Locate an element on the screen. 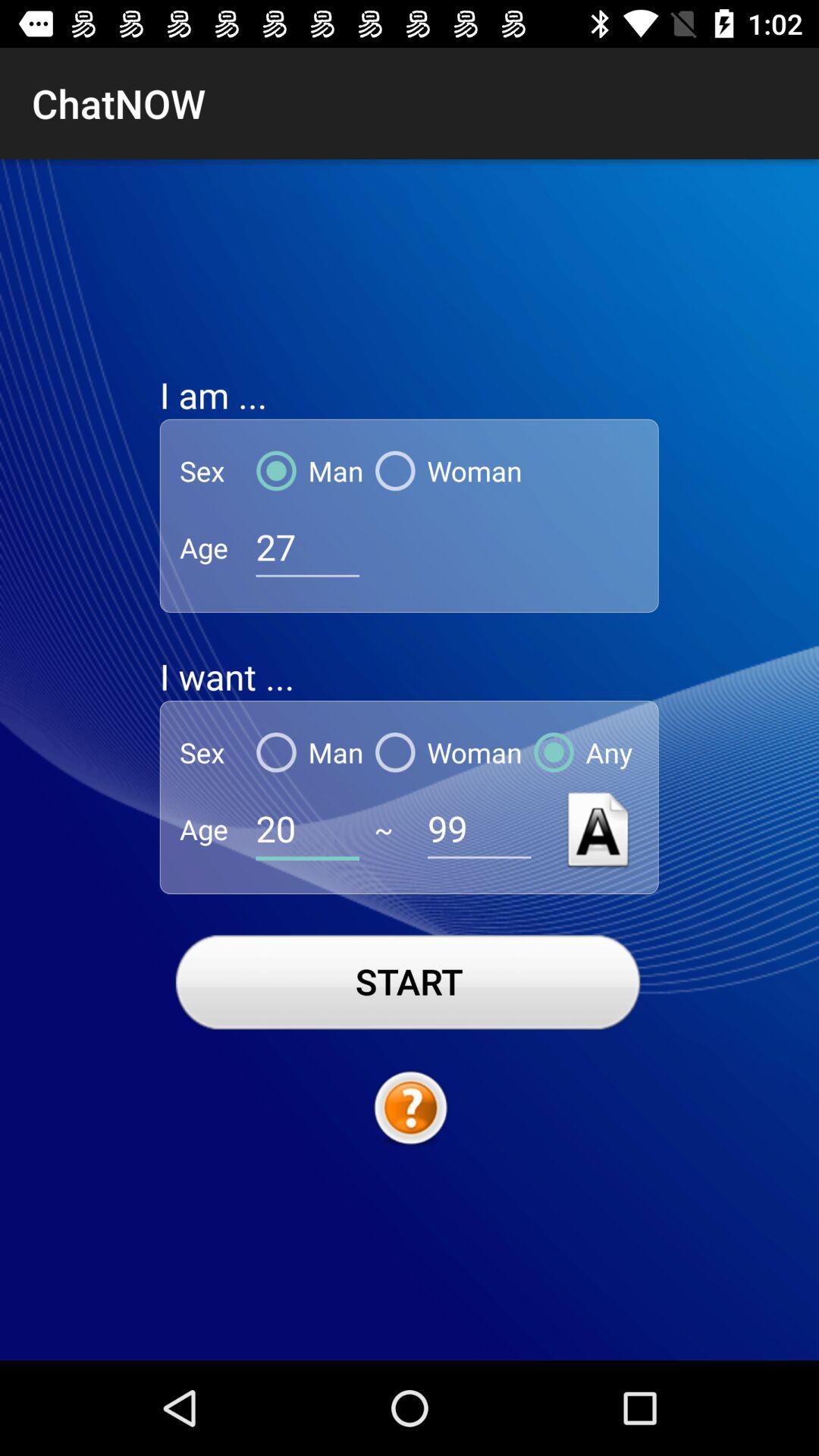 Image resolution: width=819 pixels, height=1456 pixels. question option is located at coordinates (409, 1109).